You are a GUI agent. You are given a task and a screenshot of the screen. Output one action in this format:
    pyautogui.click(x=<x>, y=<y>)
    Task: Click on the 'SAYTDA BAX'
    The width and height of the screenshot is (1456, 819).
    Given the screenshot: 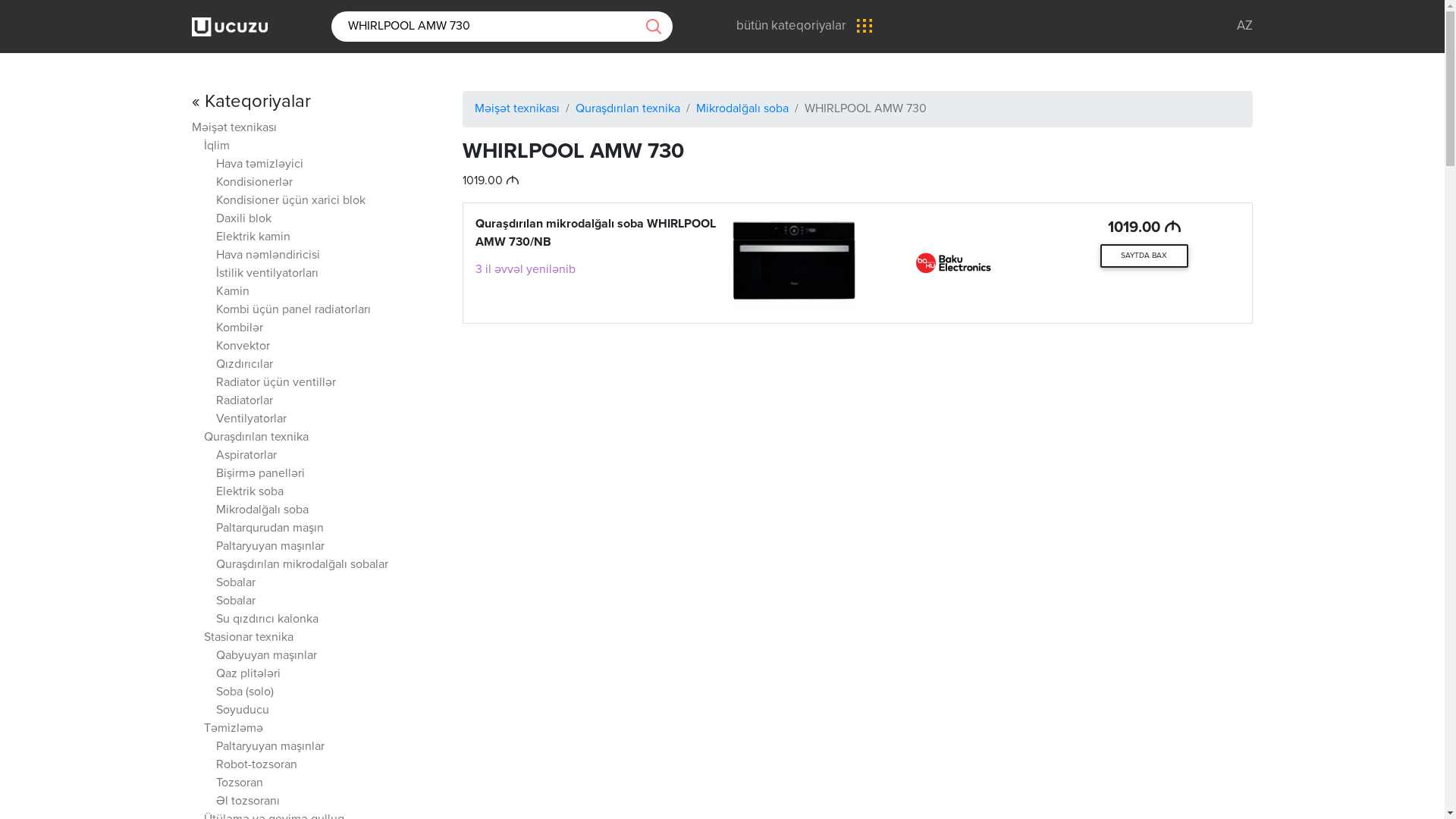 What is the action you would take?
    pyautogui.click(x=1144, y=256)
    